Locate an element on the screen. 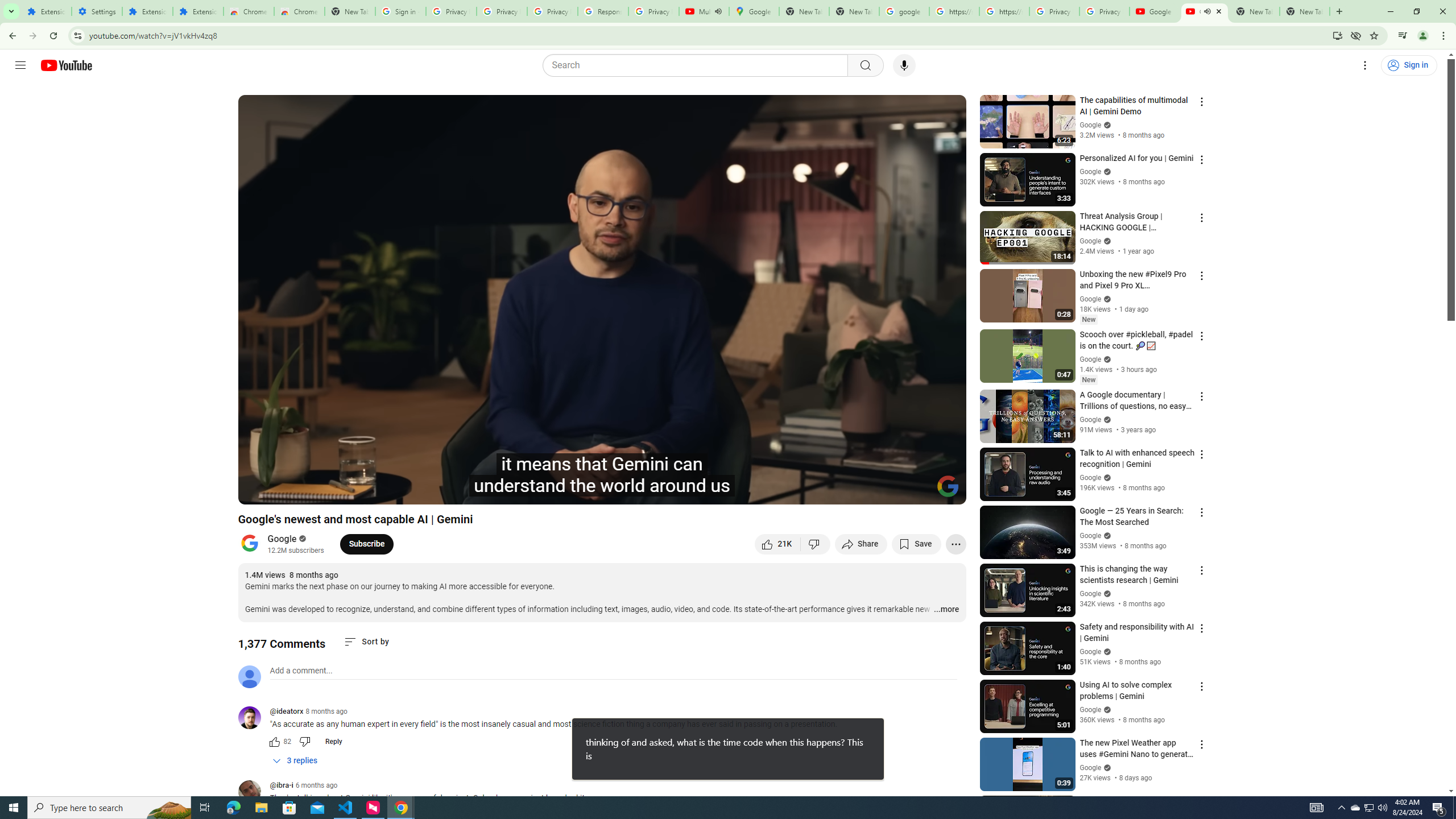  'https://scholar.google.com/' is located at coordinates (1004, 11).